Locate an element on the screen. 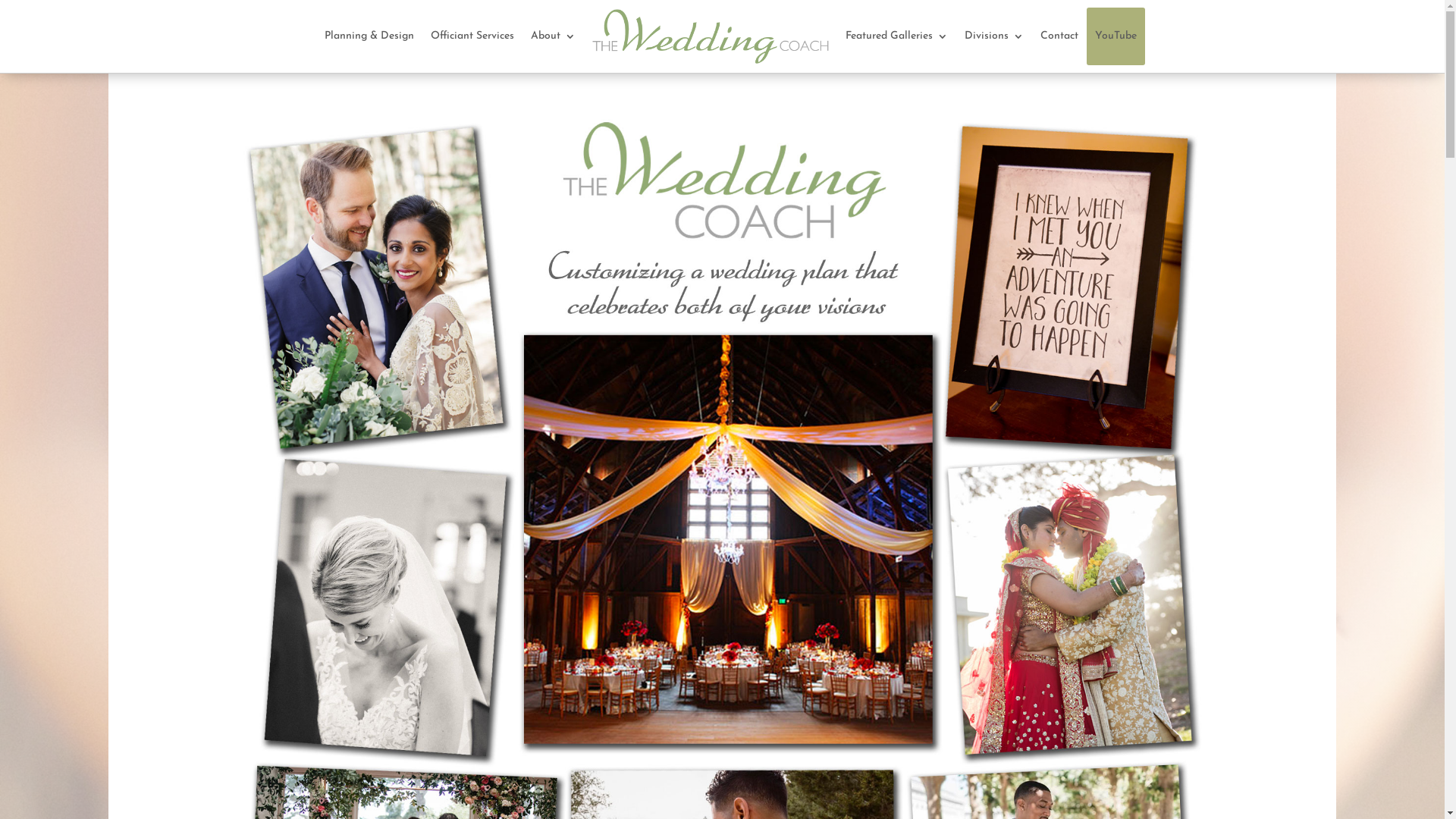 The height and width of the screenshot is (819, 1456). 'YouTube' is located at coordinates (1116, 35).